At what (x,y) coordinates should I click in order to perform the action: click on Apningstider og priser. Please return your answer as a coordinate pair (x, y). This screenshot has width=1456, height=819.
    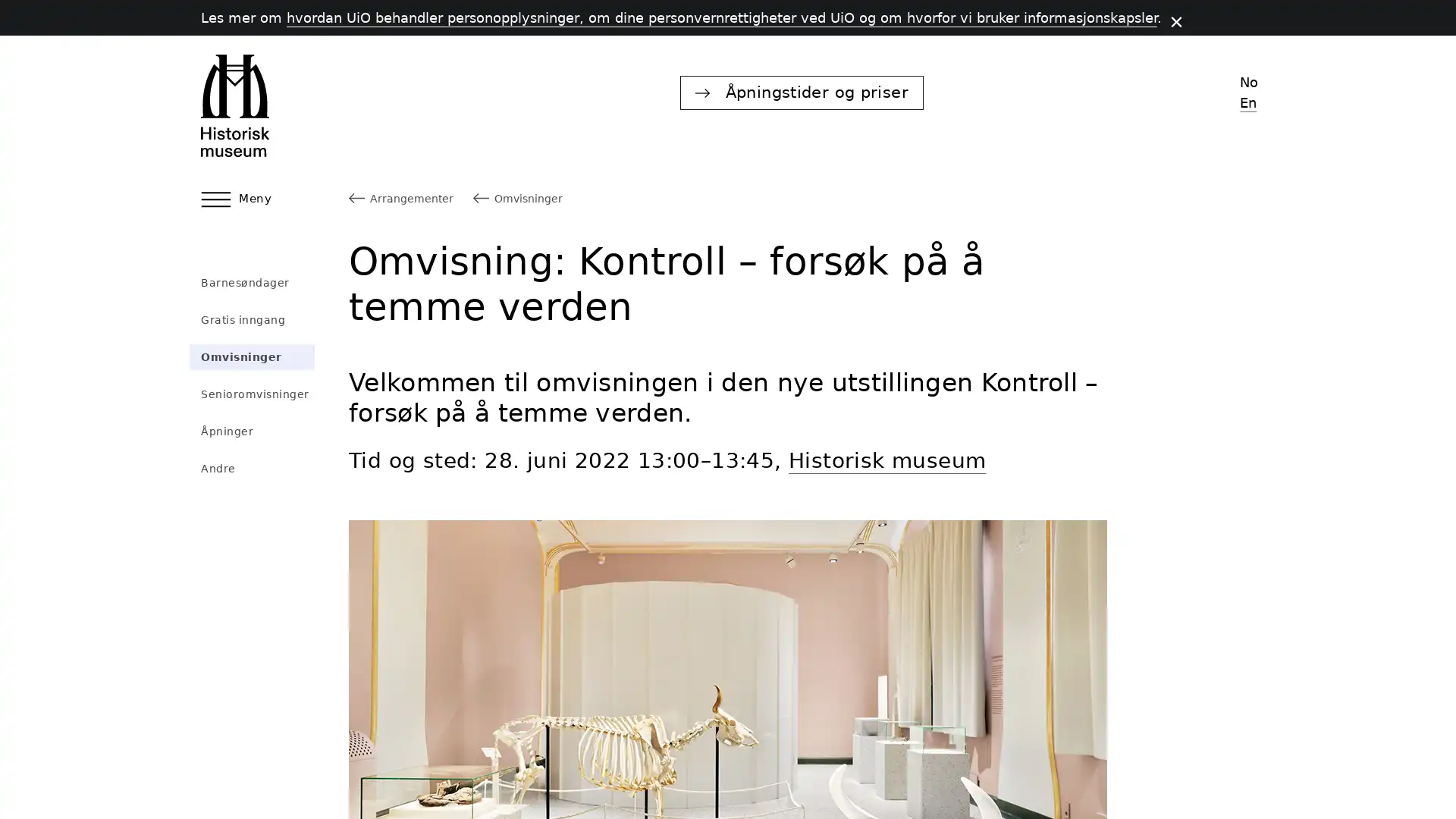
    Looking at the image, I should click on (1034, 92).